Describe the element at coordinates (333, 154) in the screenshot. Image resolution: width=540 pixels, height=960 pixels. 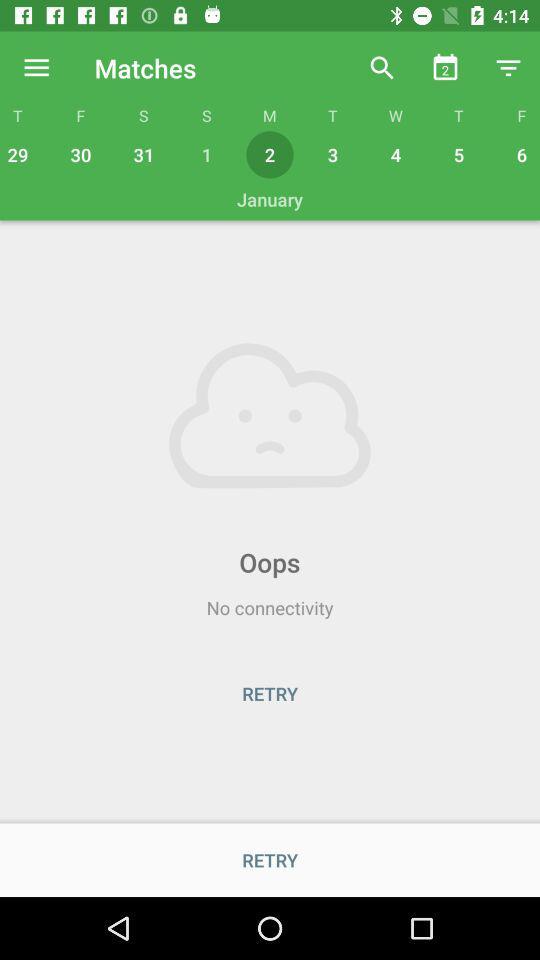
I see `the number 3` at that location.